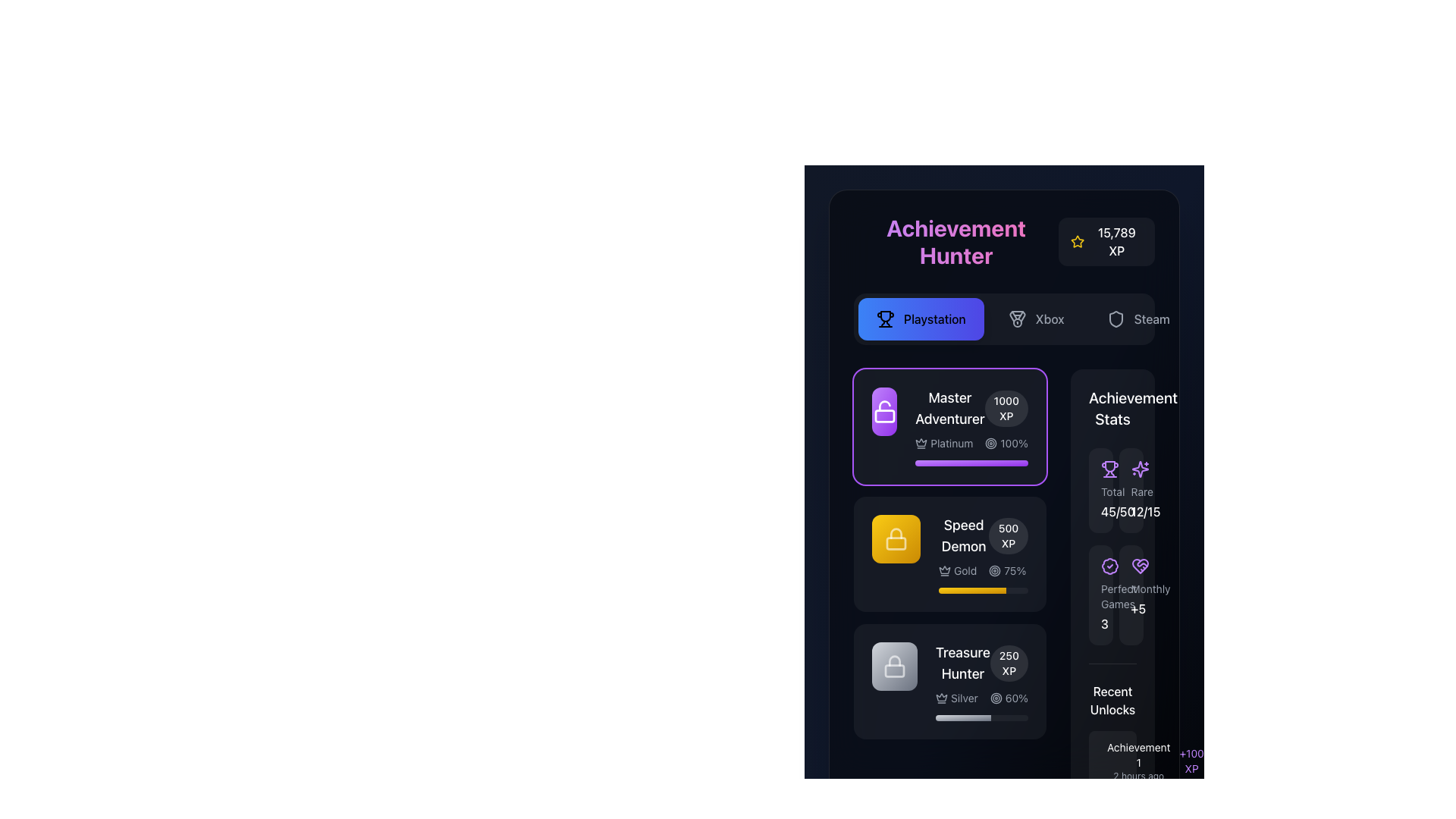  What do you see at coordinates (949, 427) in the screenshot?
I see `the first Achievement card titled 'Master Adventurer', which features a rounded-rectangle shape with a dark background, a gradient purple icon on the left, and text in white and gray hues in the center` at bounding box center [949, 427].